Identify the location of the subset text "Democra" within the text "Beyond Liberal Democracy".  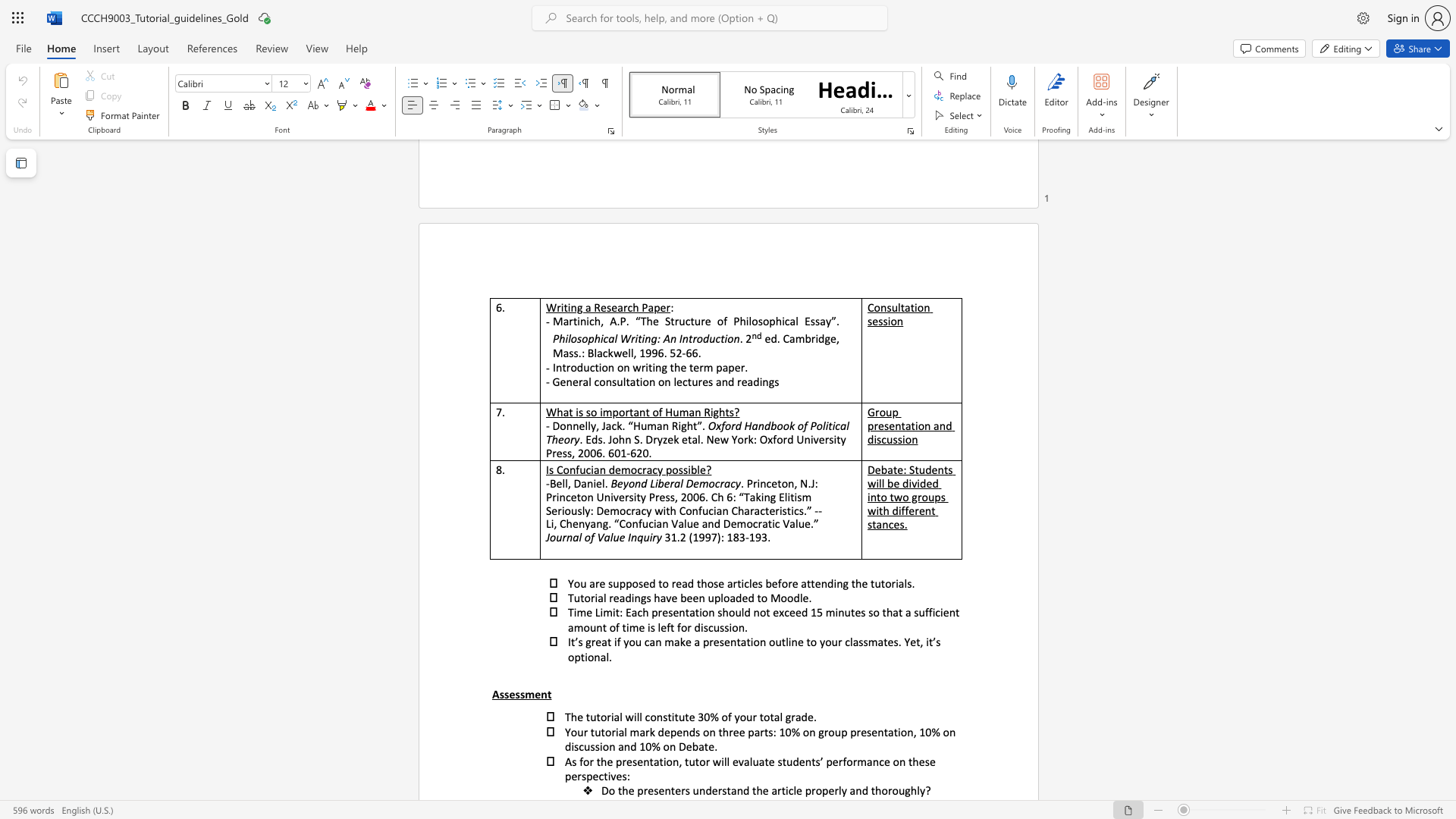
(685, 483).